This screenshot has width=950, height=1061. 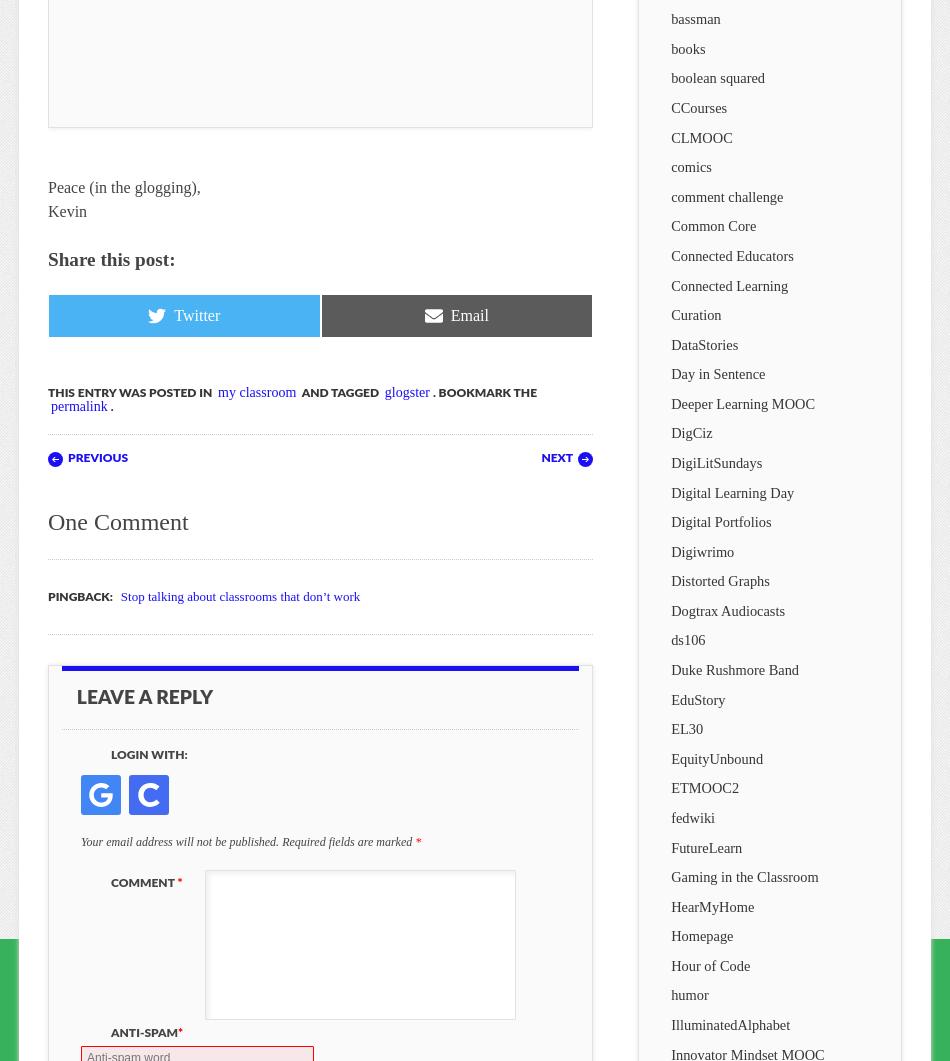 I want to click on 'Required fields are marked', so click(x=347, y=840).